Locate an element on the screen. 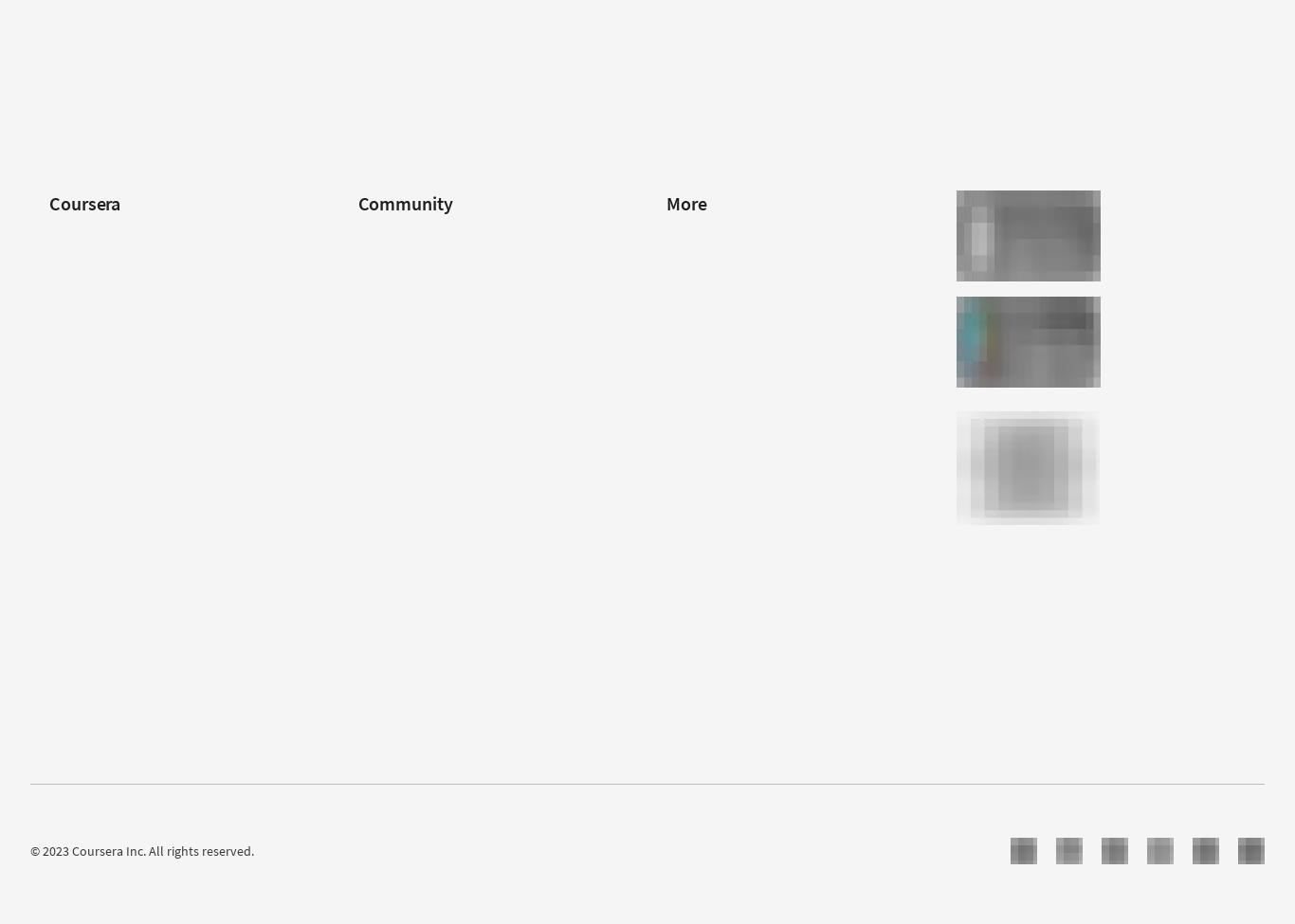 The image size is (1295, 924). 'Intuit Academy Bookkeeping Professional Certificate' is located at coordinates (475, 32).